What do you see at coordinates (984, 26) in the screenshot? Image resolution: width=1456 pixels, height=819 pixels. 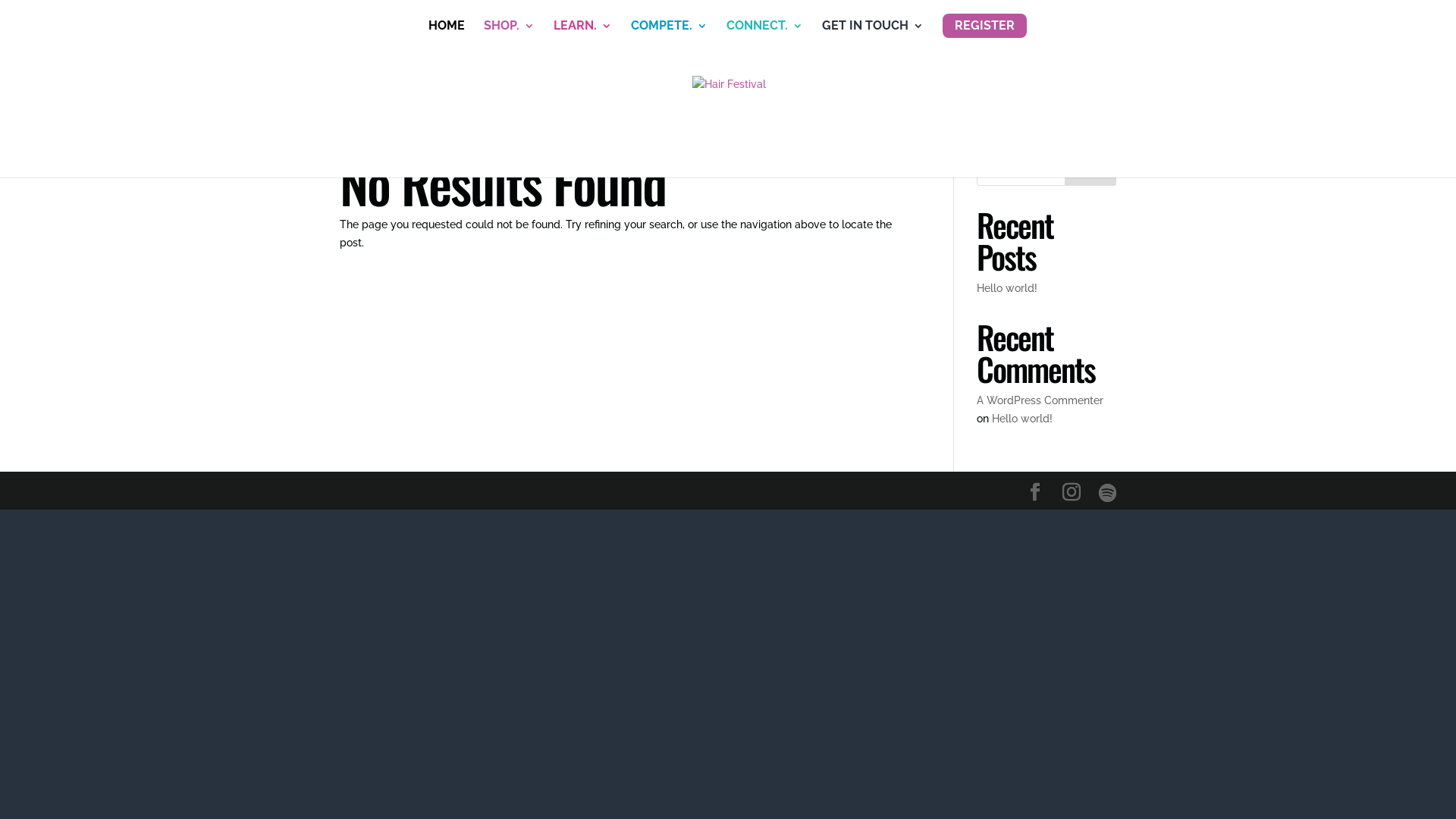 I see `'REGISTER'` at bounding box center [984, 26].